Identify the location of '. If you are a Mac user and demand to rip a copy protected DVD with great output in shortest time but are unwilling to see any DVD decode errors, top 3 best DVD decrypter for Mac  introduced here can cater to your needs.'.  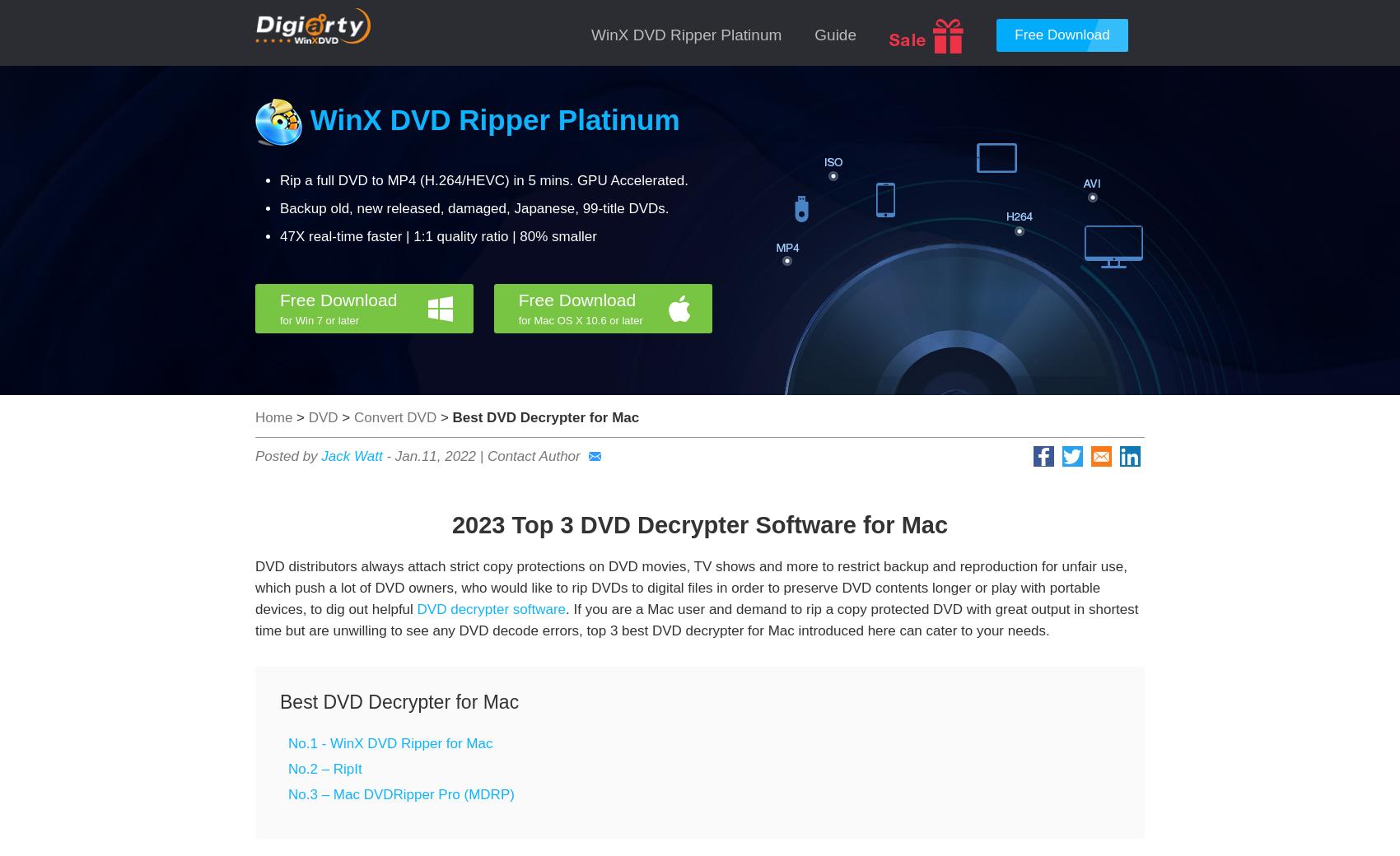
(695, 620).